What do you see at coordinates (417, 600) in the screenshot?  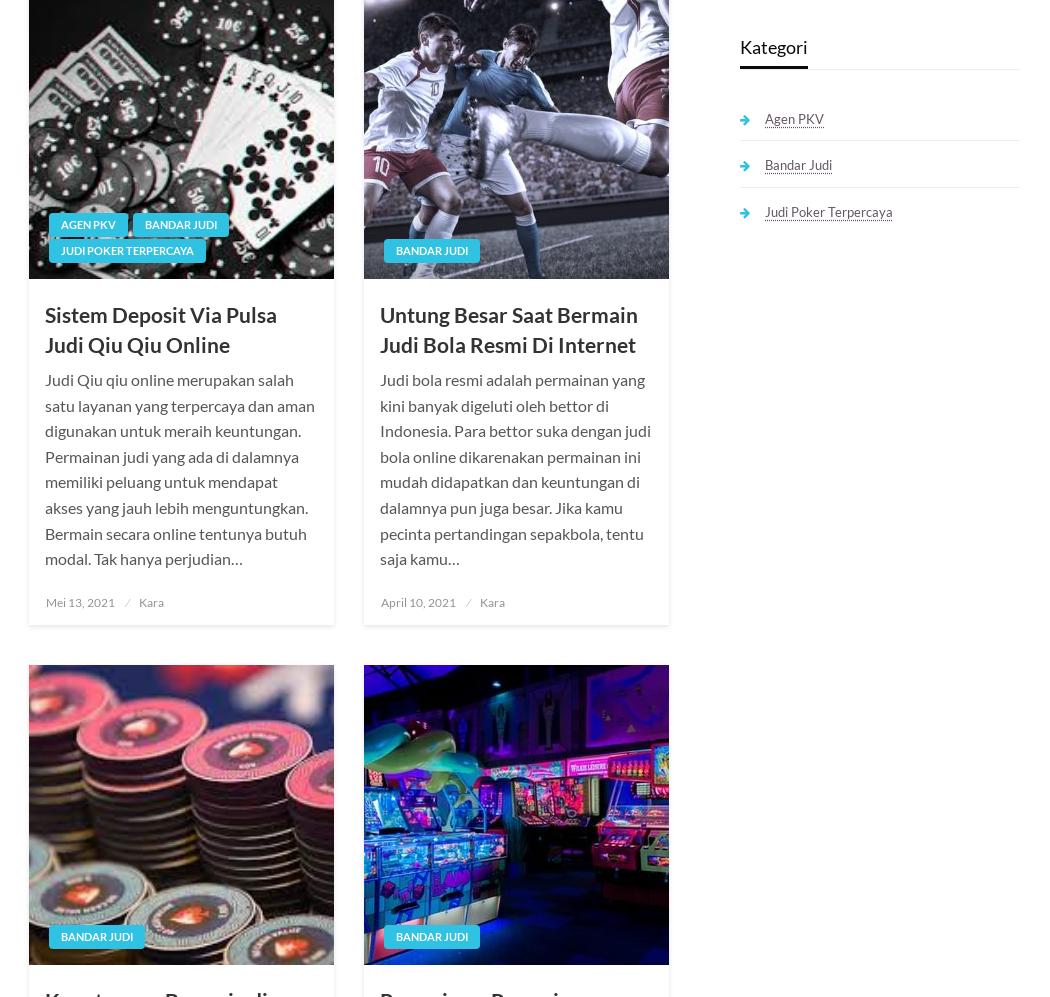 I see `'April 10, 2021'` at bounding box center [417, 600].